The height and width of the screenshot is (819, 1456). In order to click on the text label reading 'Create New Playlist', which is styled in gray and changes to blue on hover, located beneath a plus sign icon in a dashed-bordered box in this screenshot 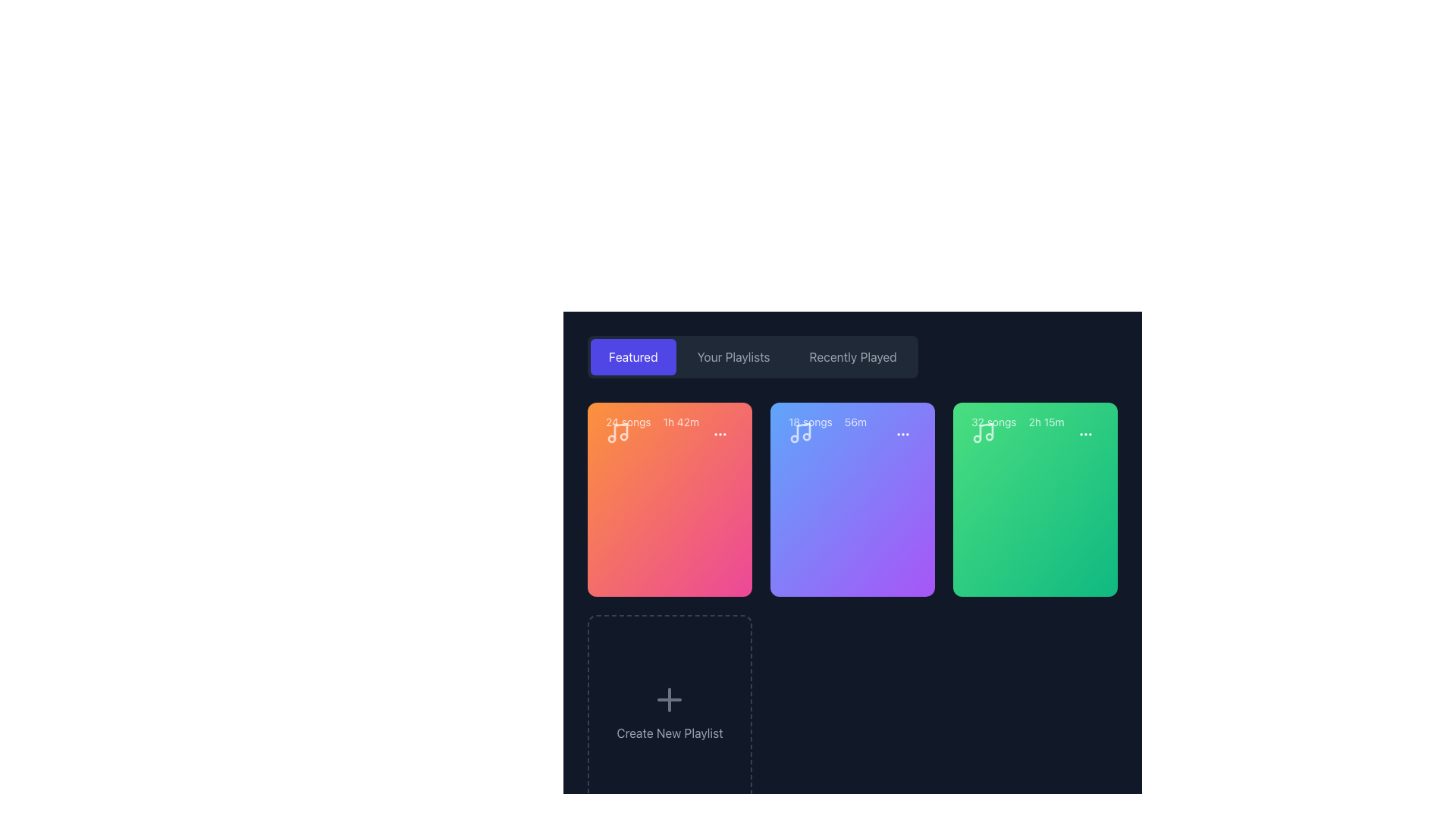, I will do `click(669, 733)`.